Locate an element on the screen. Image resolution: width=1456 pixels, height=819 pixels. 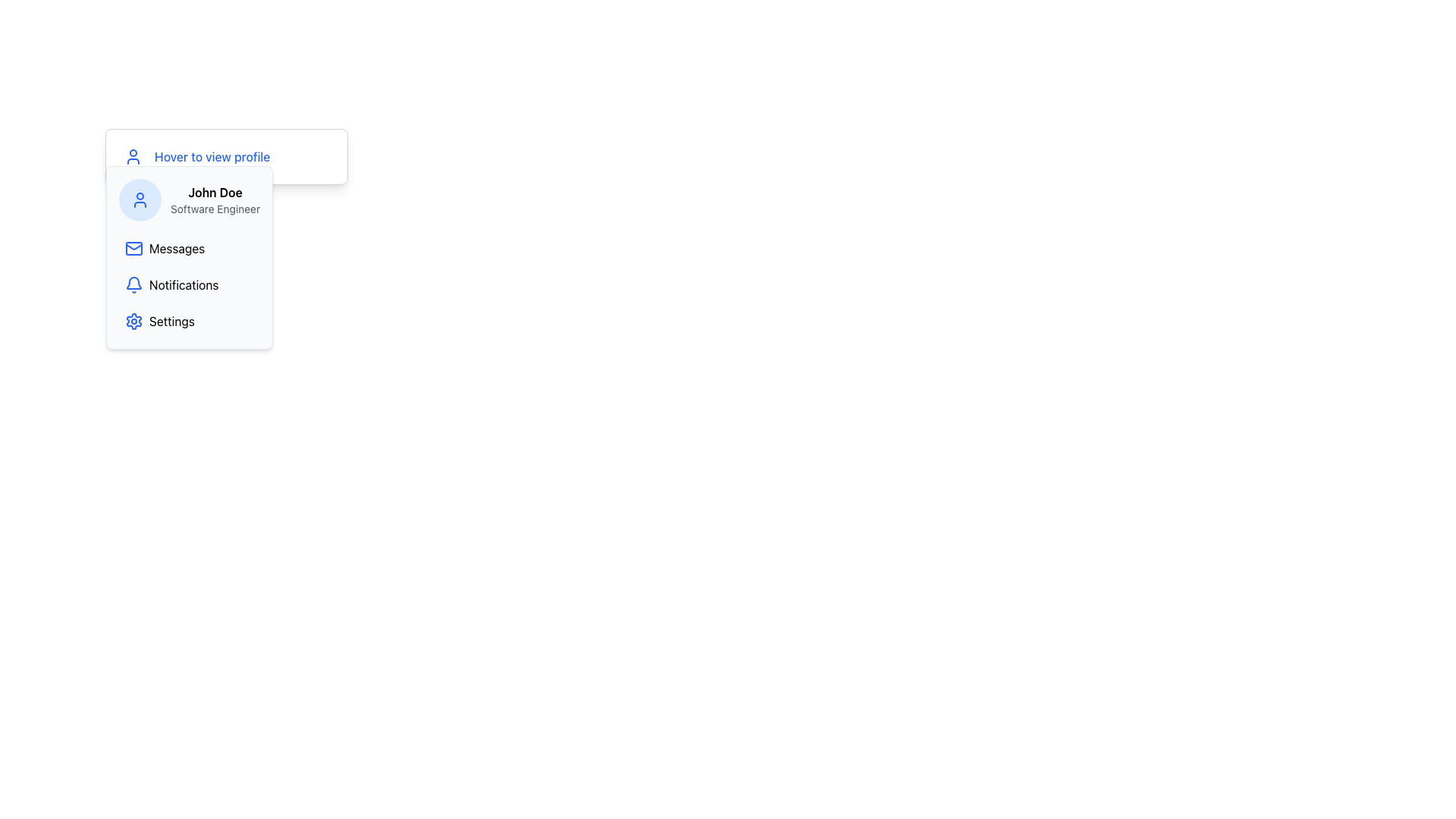
text content of the Label displaying 'John Doe' and 'Software Engineer' within the dropdown menu located on the left side of the interface is located at coordinates (215, 199).